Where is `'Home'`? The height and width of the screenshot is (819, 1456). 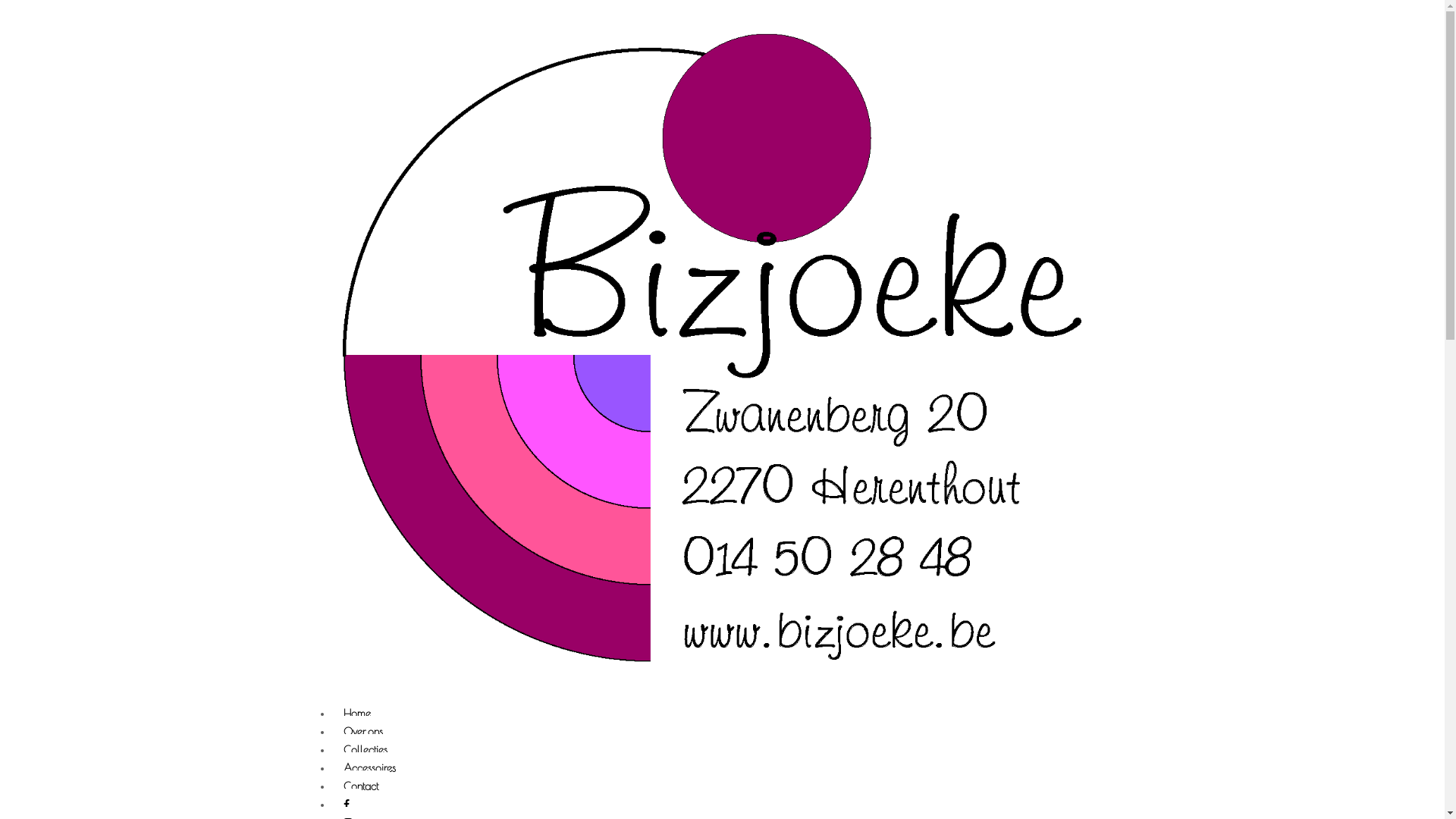 'Home' is located at coordinates (331, 714).